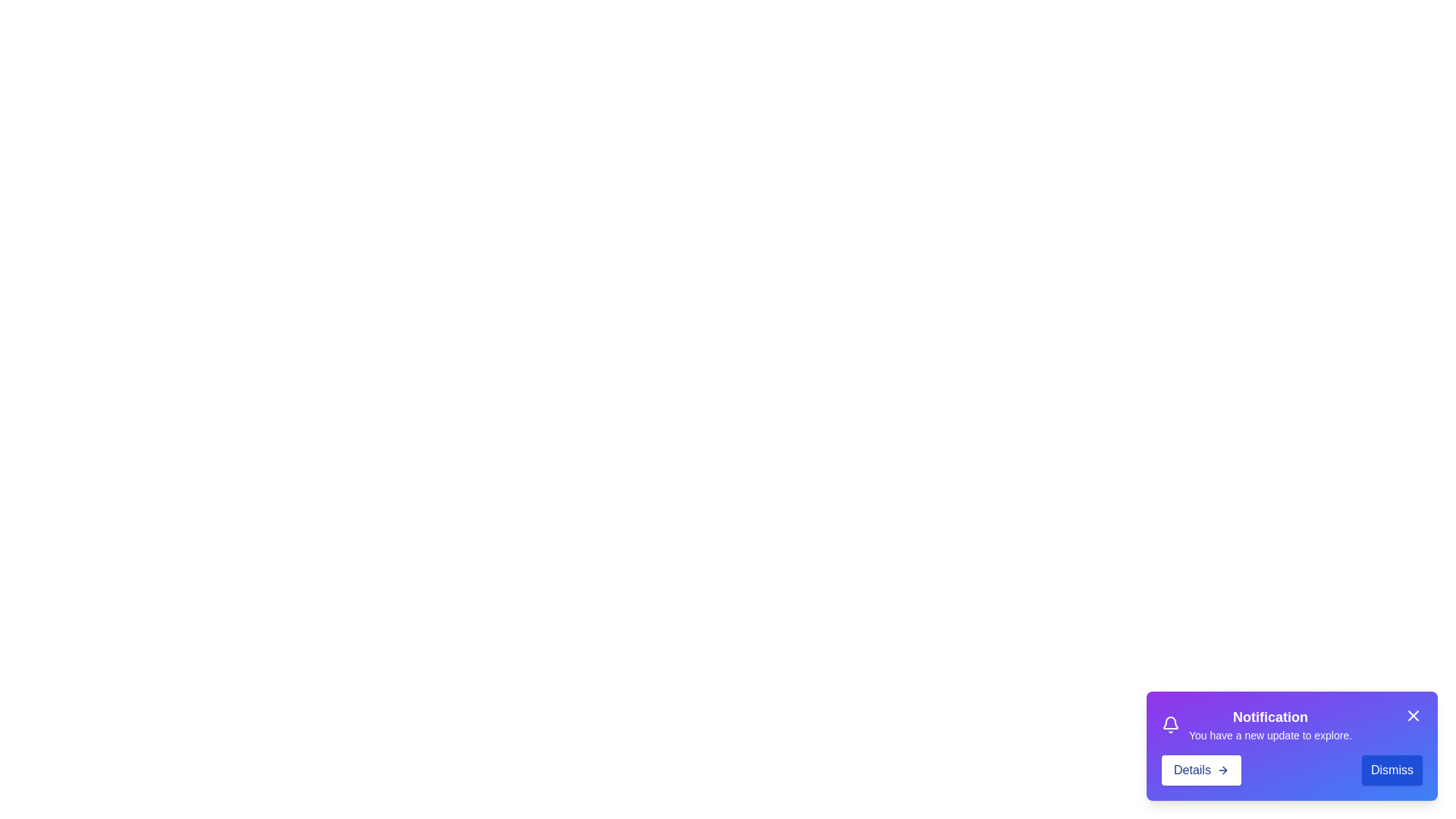 The height and width of the screenshot is (819, 1456). Describe the element at coordinates (1222, 770) in the screenshot. I see `the right-facing arrow icon inside the 'Details' button located at the bottom-left corner of the notification card` at that location.